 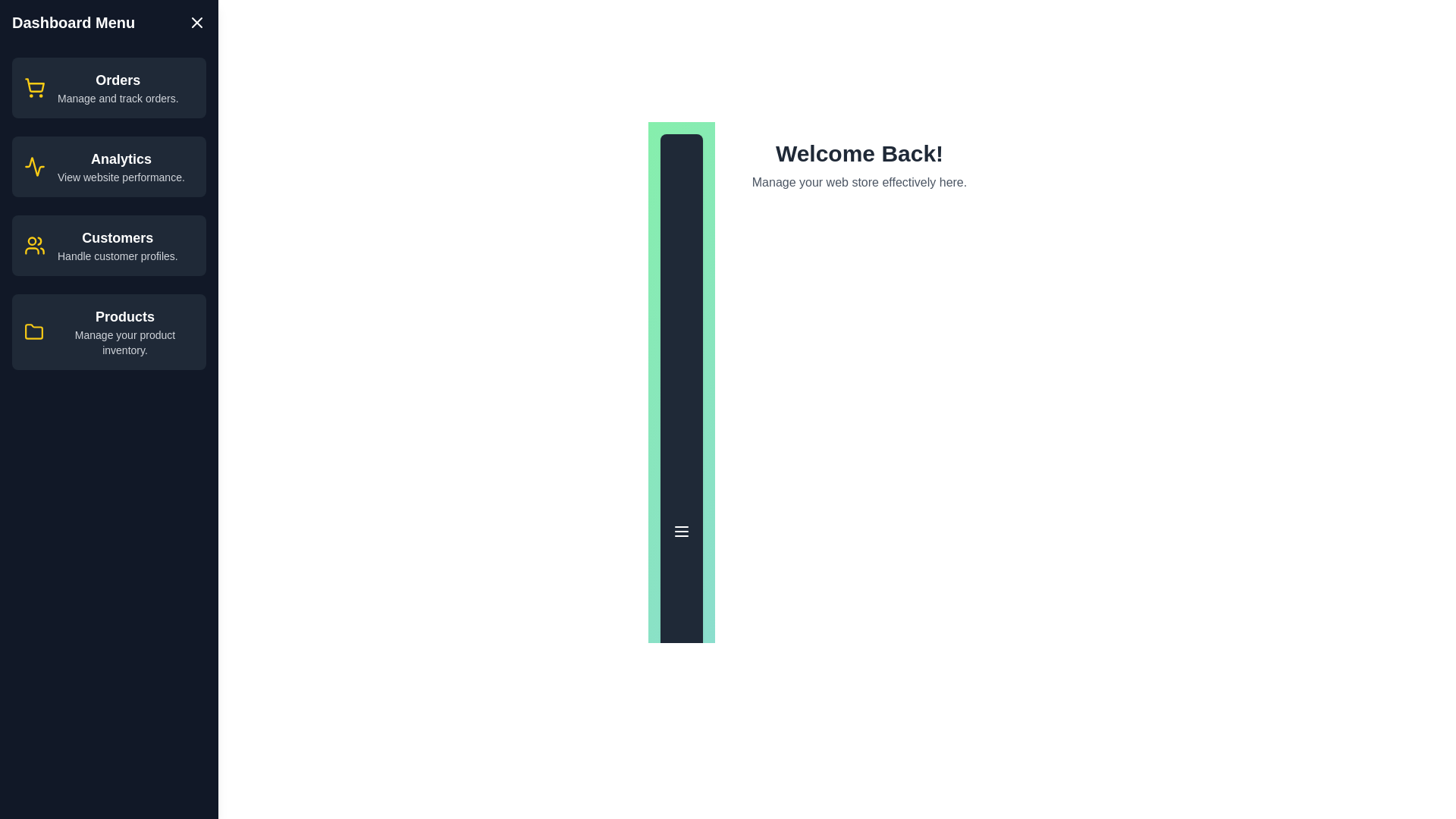 I want to click on the menu item labeled 'Products' to view its hover effect, so click(x=108, y=331).